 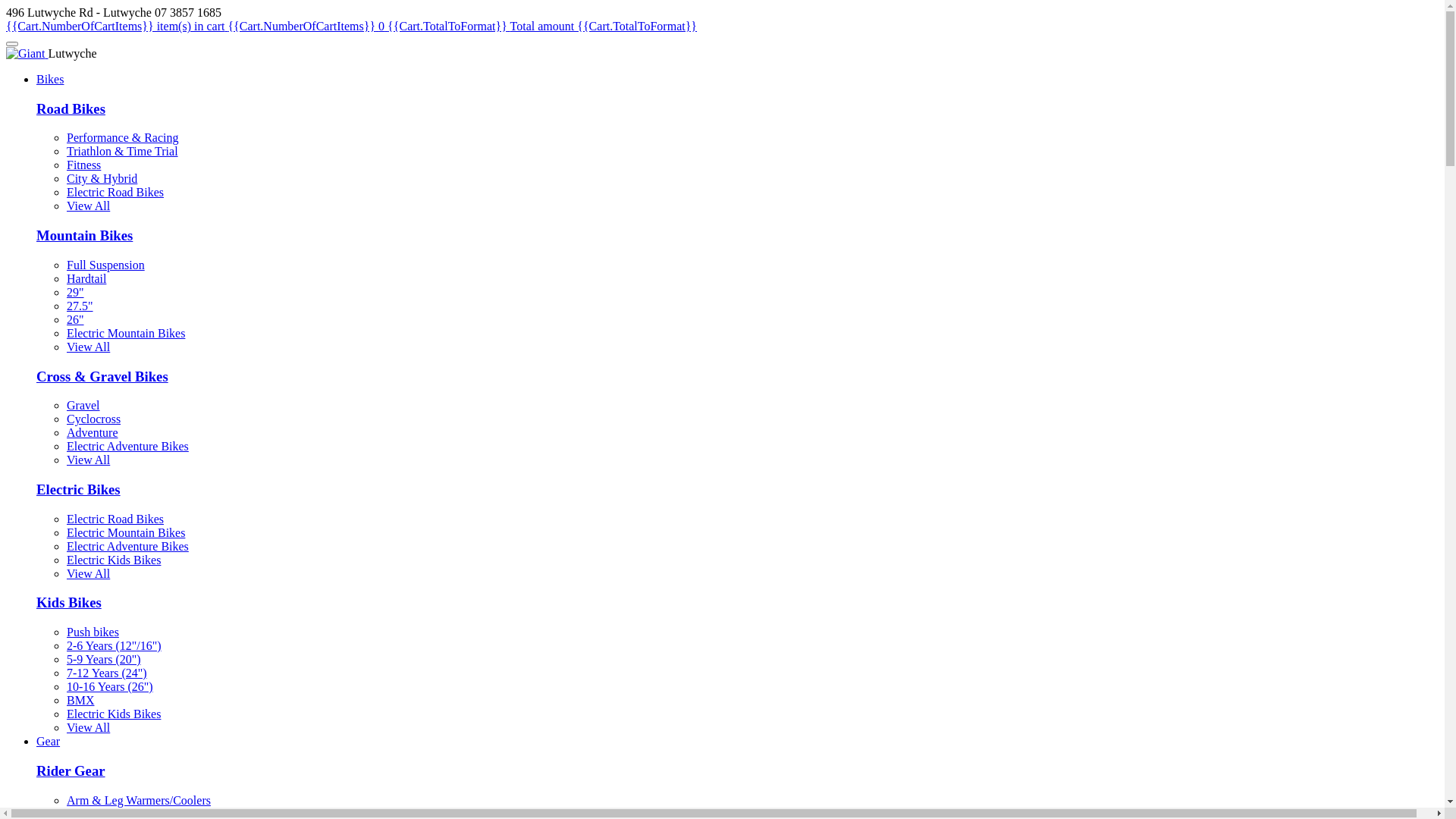 I want to click on '7-12 Years (24")', so click(x=105, y=672).